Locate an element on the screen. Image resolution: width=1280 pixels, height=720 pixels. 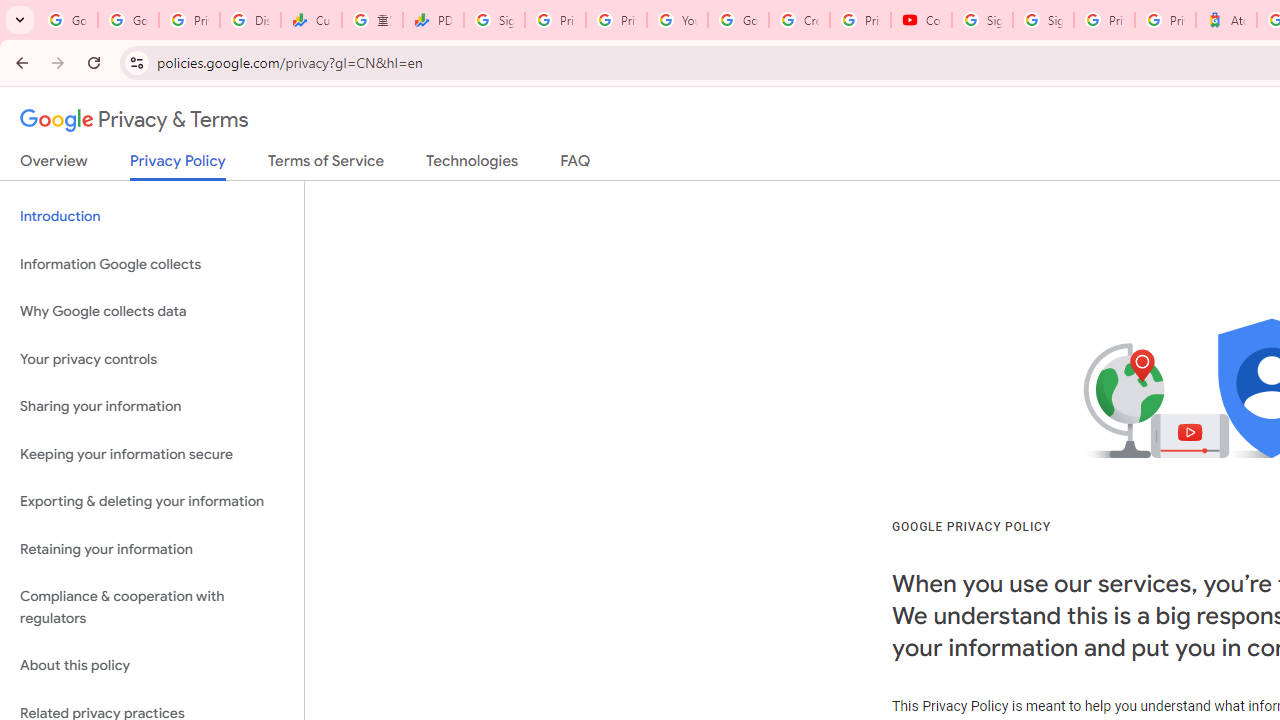
'Sign in - Google Accounts' is located at coordinates (982, 20).